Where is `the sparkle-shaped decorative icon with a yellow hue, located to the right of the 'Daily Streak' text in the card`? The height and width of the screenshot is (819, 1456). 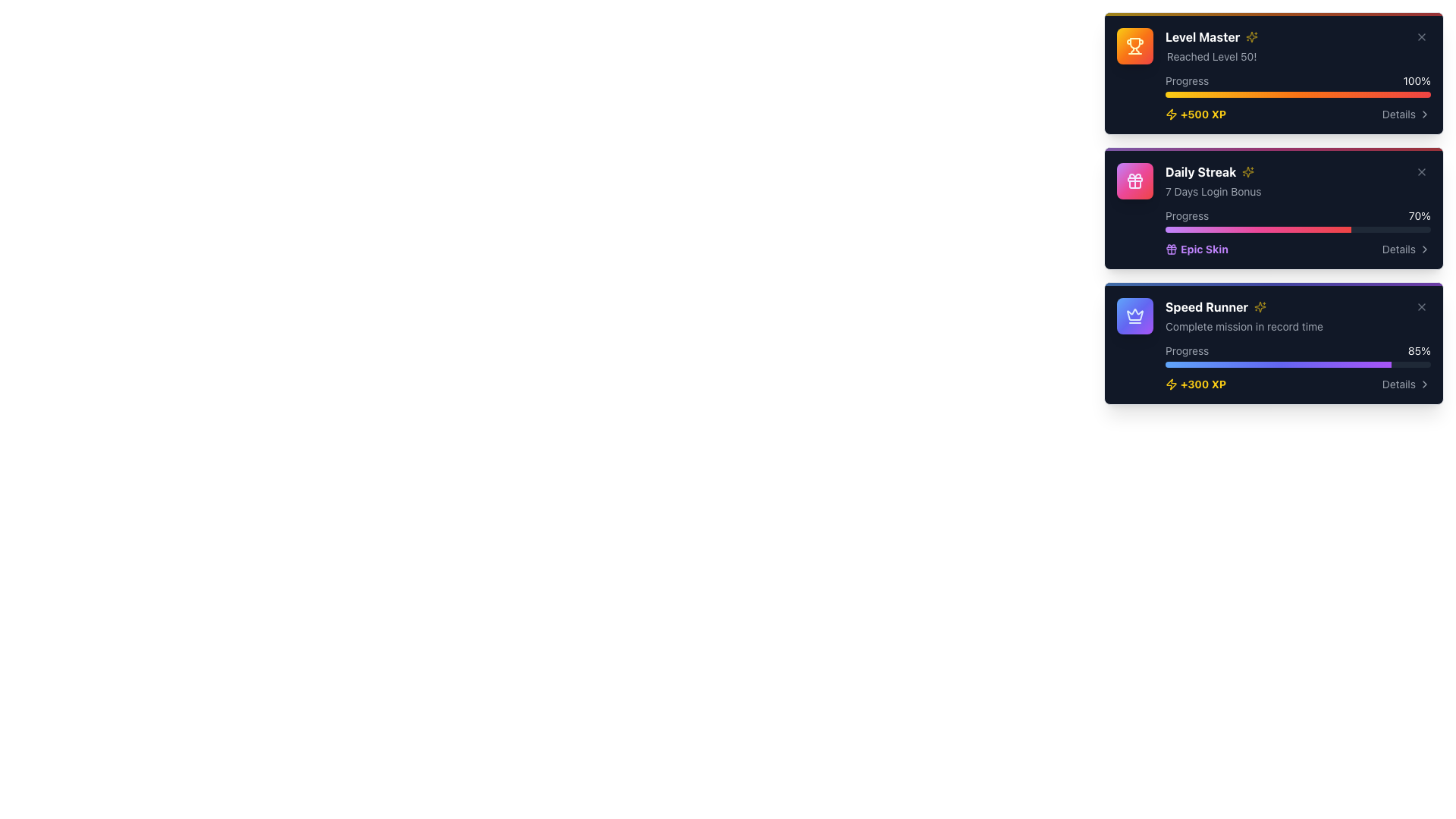
the sparkle-shaped decorative icon with a yellow hue, located to the right of the 'Daily Streak' text in the card is located at coordinates (1248, 171).